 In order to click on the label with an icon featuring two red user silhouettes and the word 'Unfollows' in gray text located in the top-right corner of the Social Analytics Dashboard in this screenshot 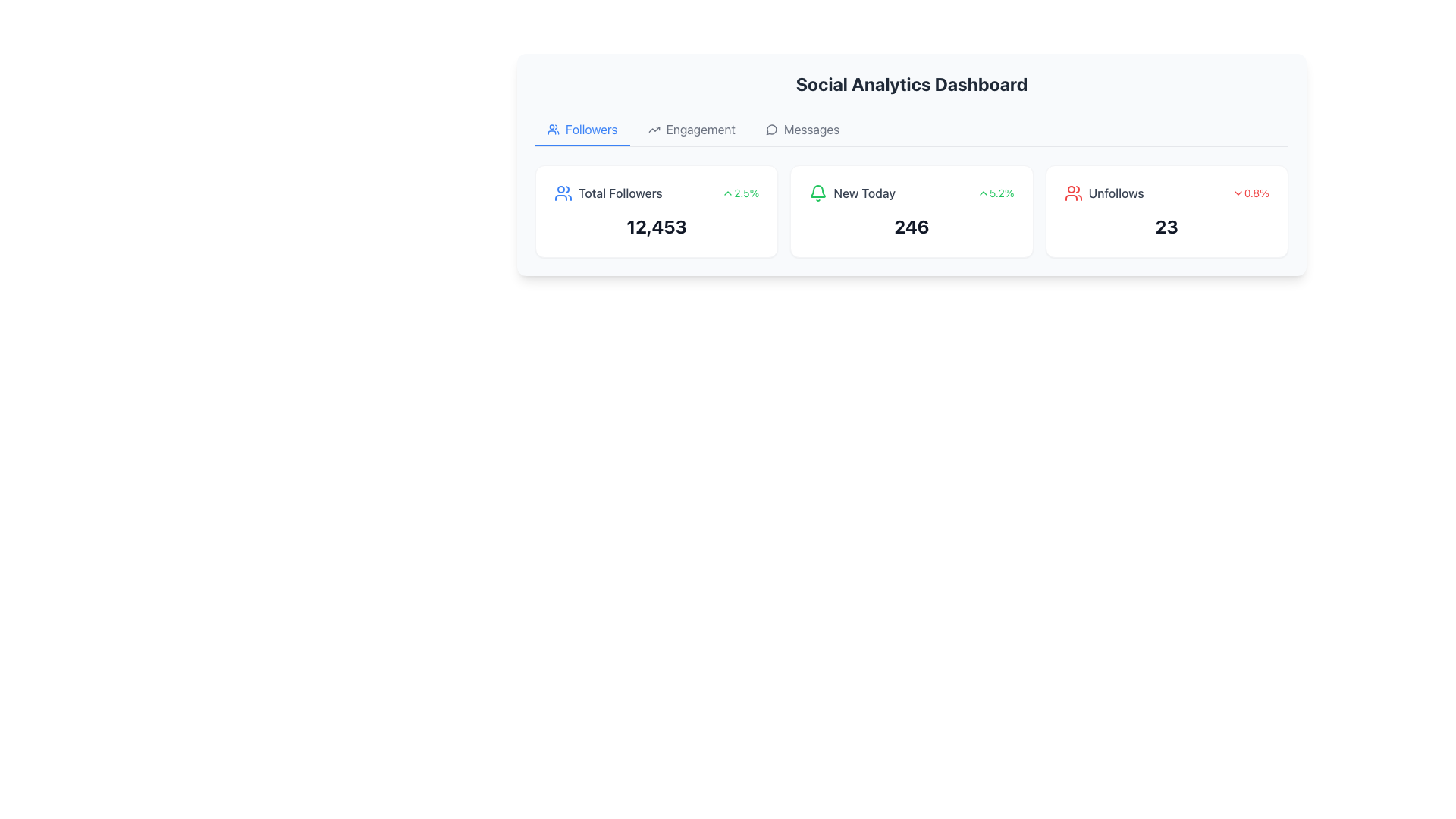, I will do `click(1104, 192)`.